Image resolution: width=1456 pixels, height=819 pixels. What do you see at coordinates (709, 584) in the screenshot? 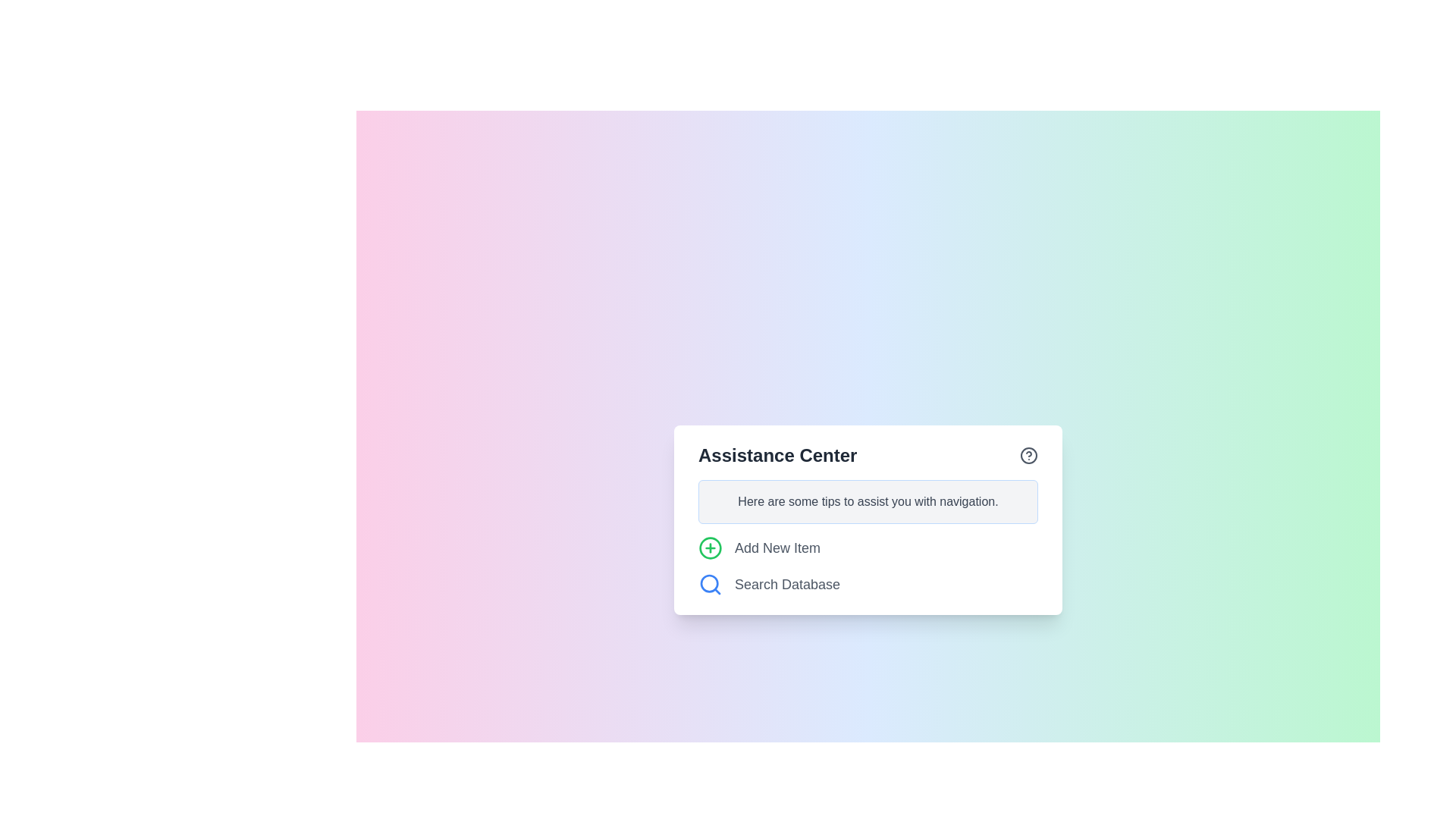
I see `the blue magnifying glass icon representing the search function located to the left of the 'Search Database' text in the 'Assistance Center' panel` at bounding box center [709, 584].